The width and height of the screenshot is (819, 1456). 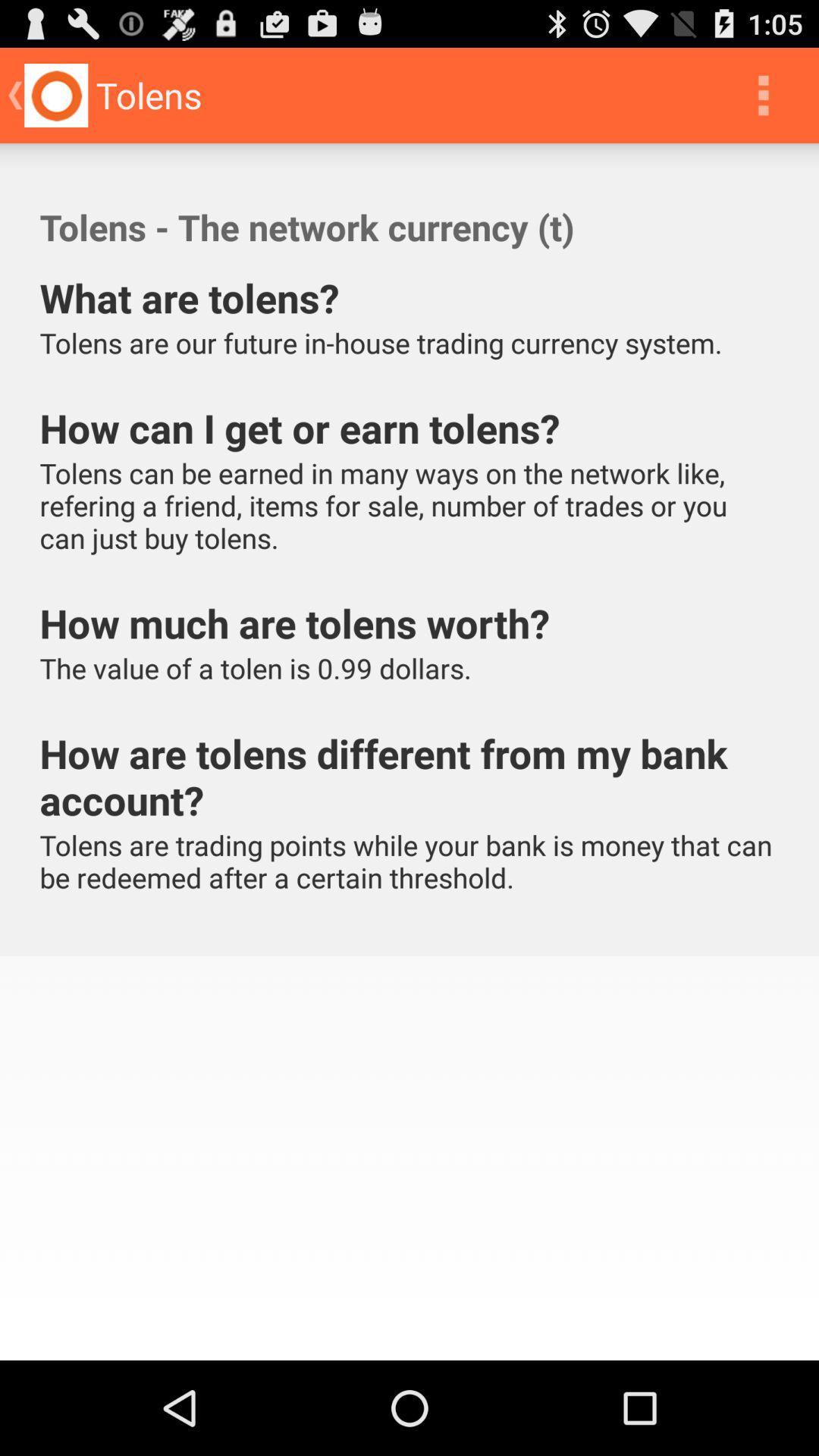 I want to click on icon to the right of tolens, so click(x=763, y=94).